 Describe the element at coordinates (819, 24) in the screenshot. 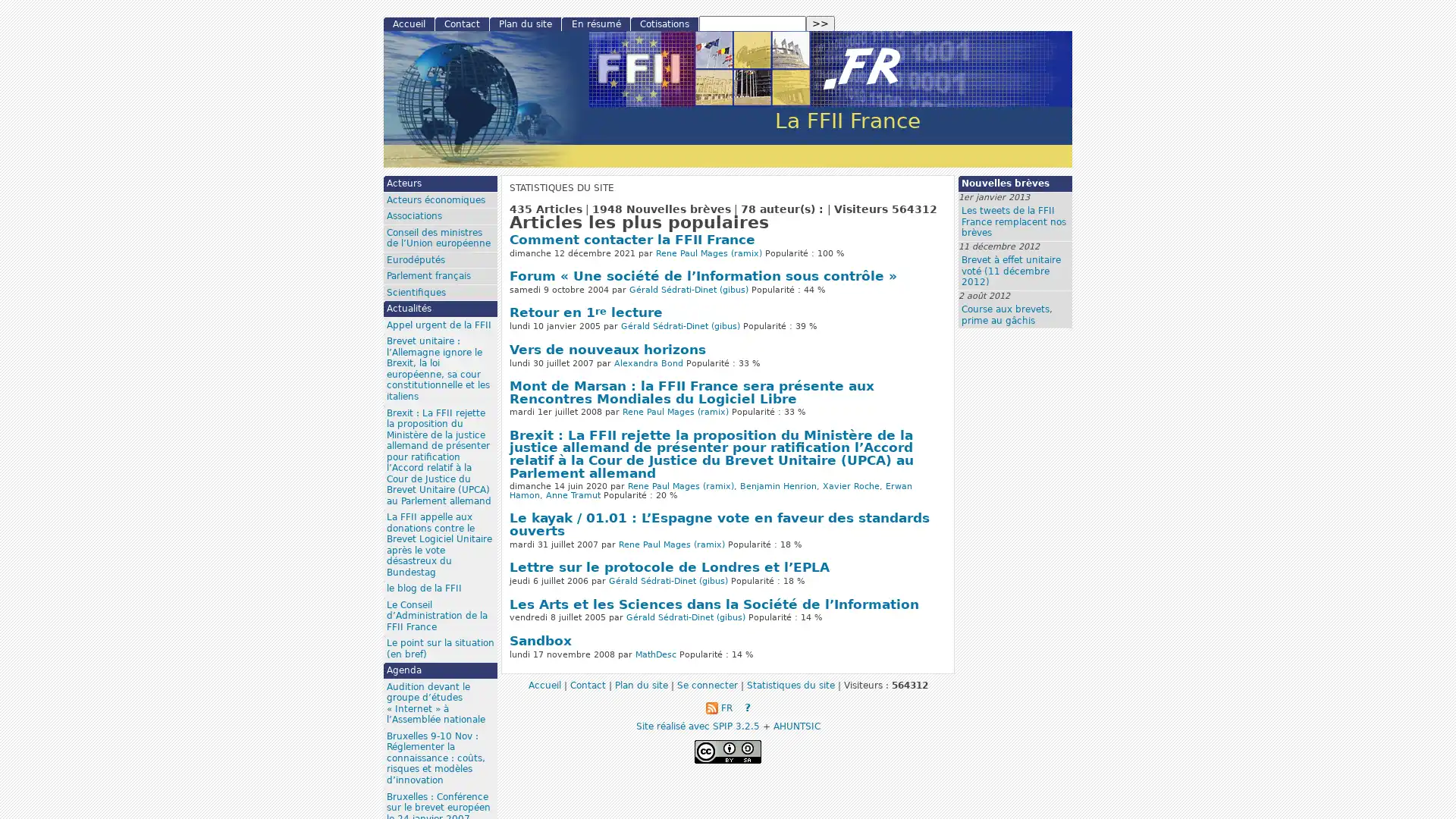

I see `>>` at that location.